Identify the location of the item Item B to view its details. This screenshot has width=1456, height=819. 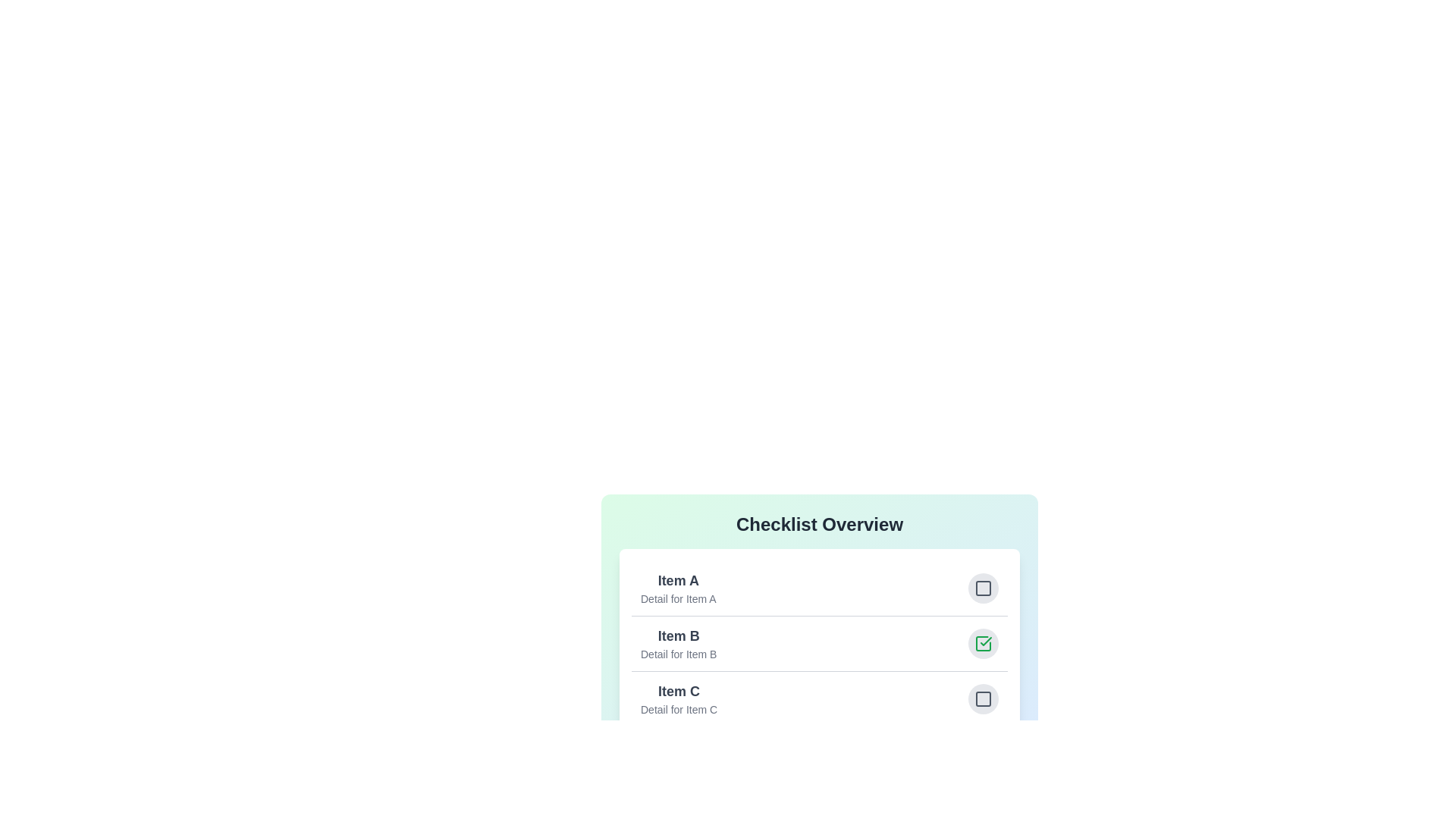
(818, 643).